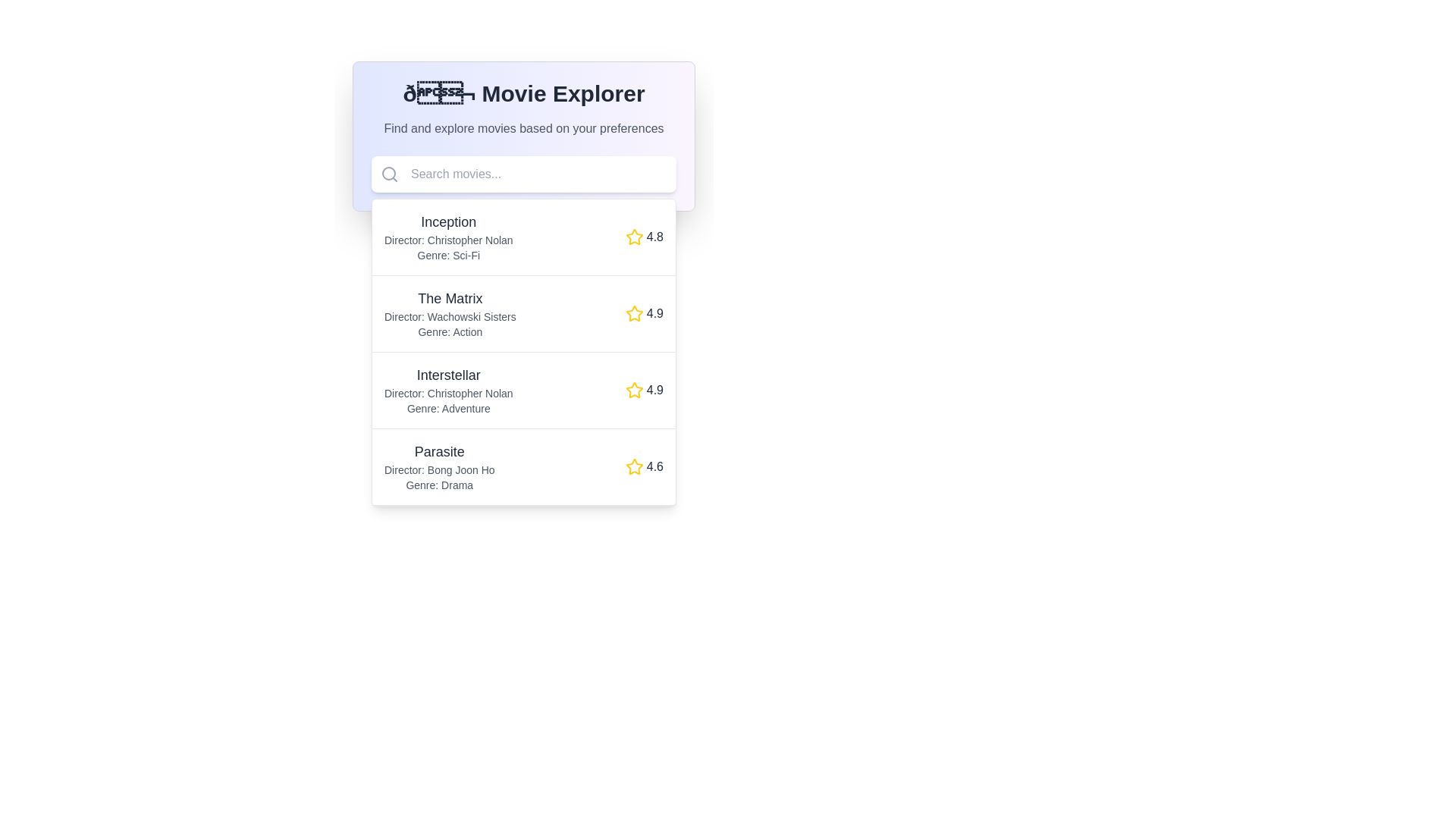 The width and height of the screenshot is (1456, 819). Describe the element at coordinates (654, 466) in the screenshot. I see `the numerical text label displaying the value '4.6' which is styled in light gray, located to the right of the yellow star icon in the fourth movie entry for 'Parasite'` at that location.